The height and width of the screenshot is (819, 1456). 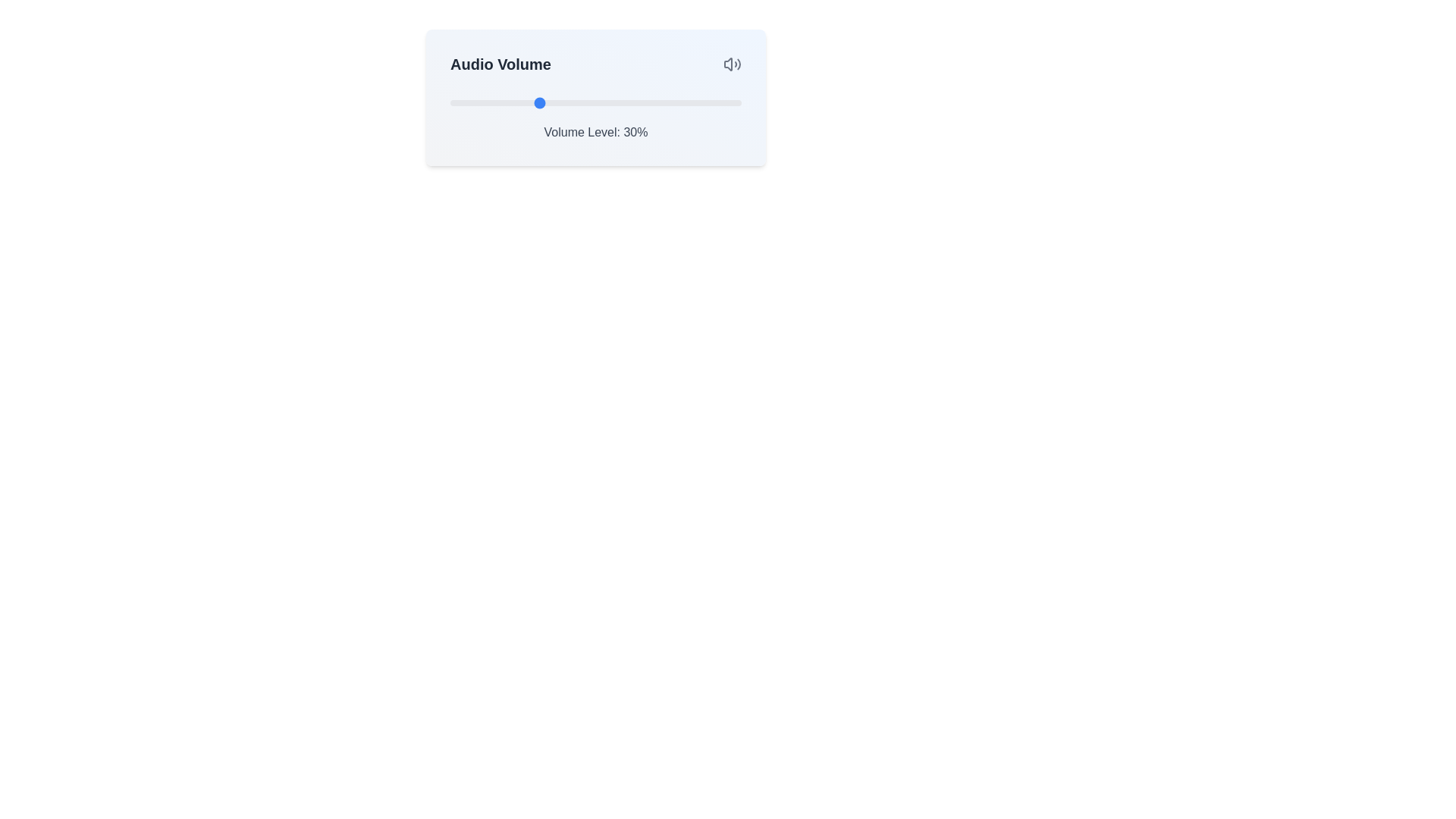 I want to click on the audio volume icon located in the top-right corner of the 'Audio Volume' header, adjacent to the title text, so click(x=732, y=63).